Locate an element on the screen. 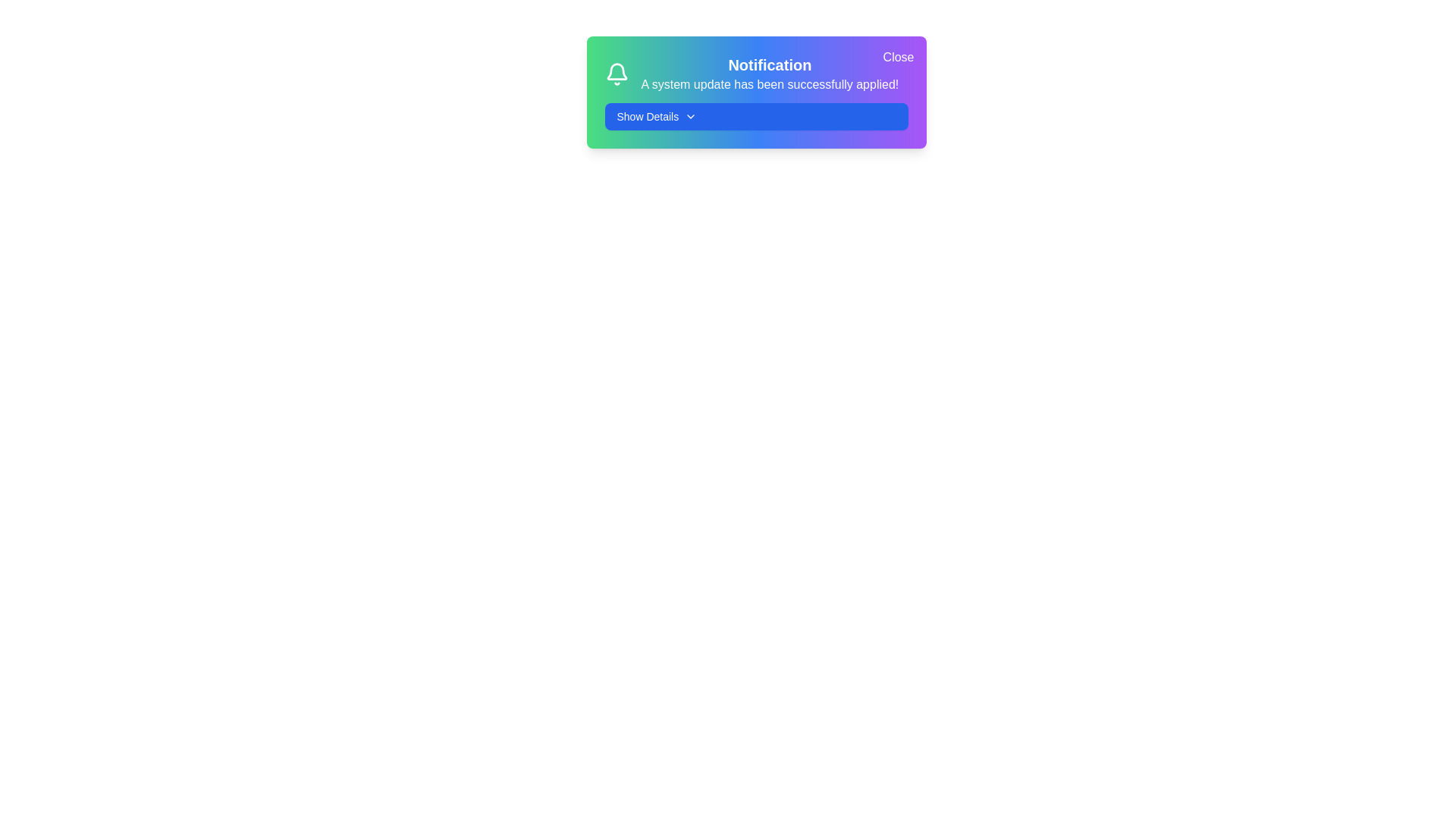 The height and width of the screenshot is (819, 1456). the 'Show Details' button to toggle additional information is located at coordinates (756, 116).